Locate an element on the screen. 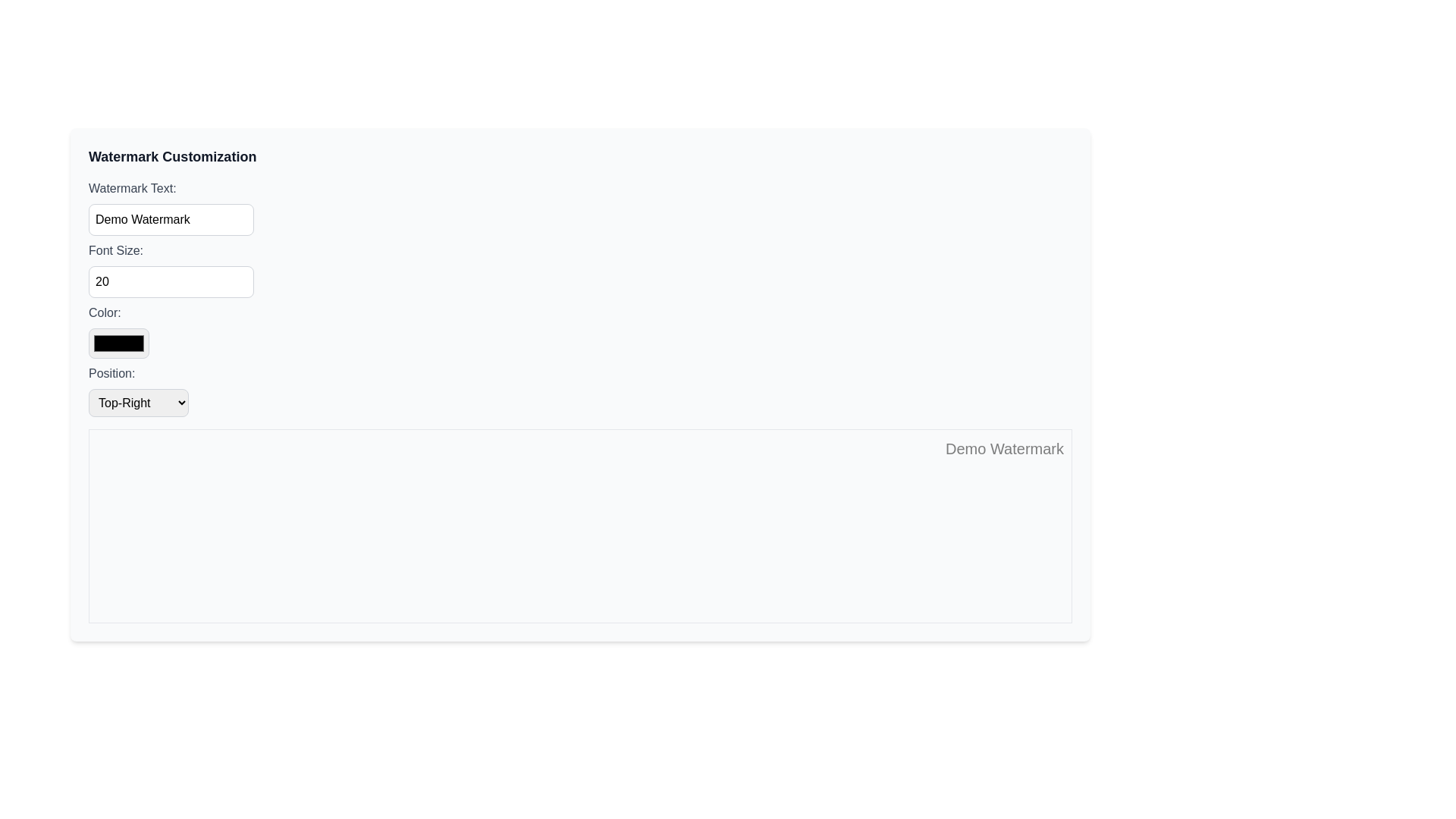  an option from the dropdown menu labeled 'Position:' which currently shows 'Top-Right' and has a downward arrow for expansion is located at coordinates (138, 402).